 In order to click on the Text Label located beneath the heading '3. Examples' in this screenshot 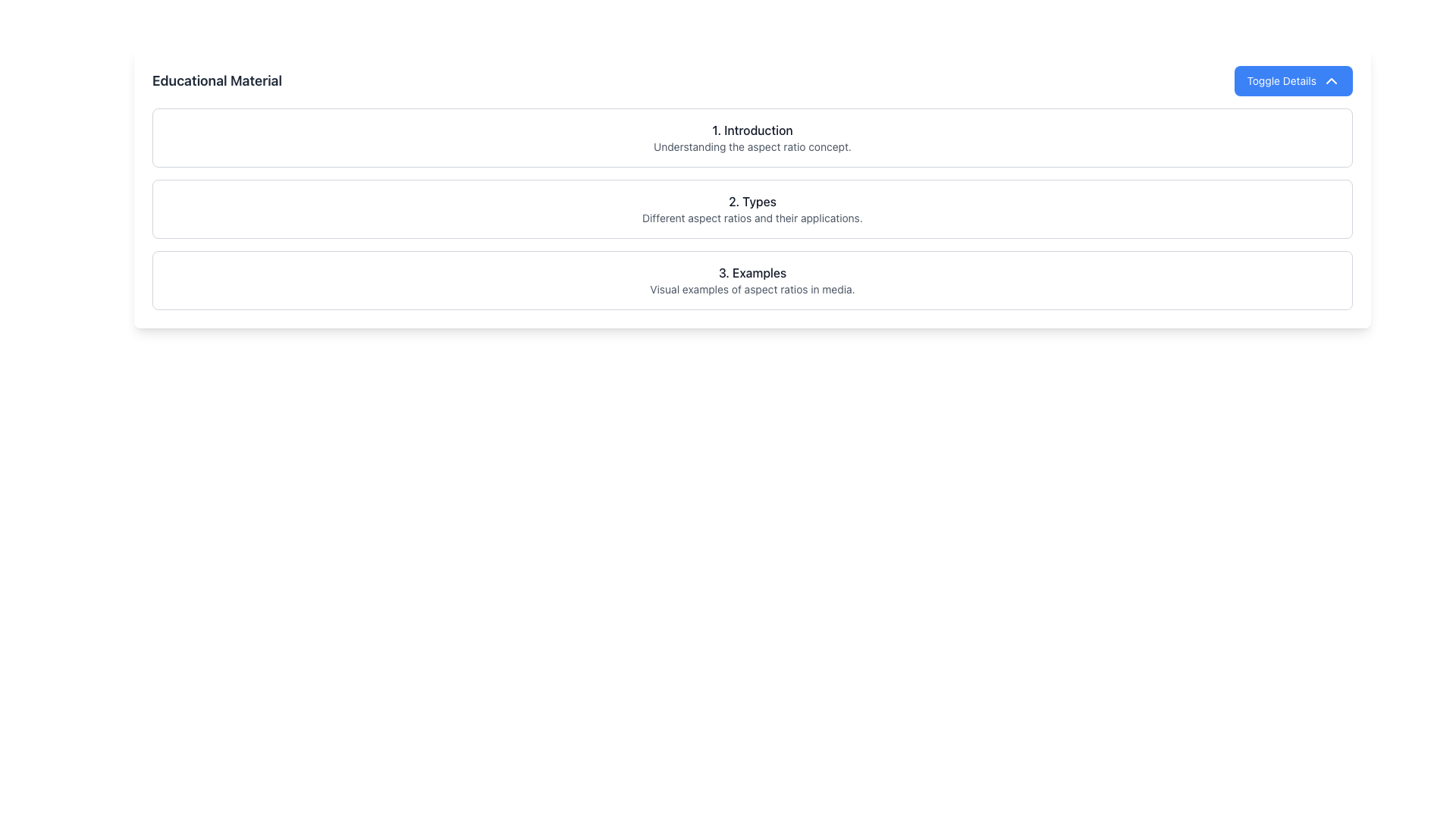, I will do `click(752, 289)`.